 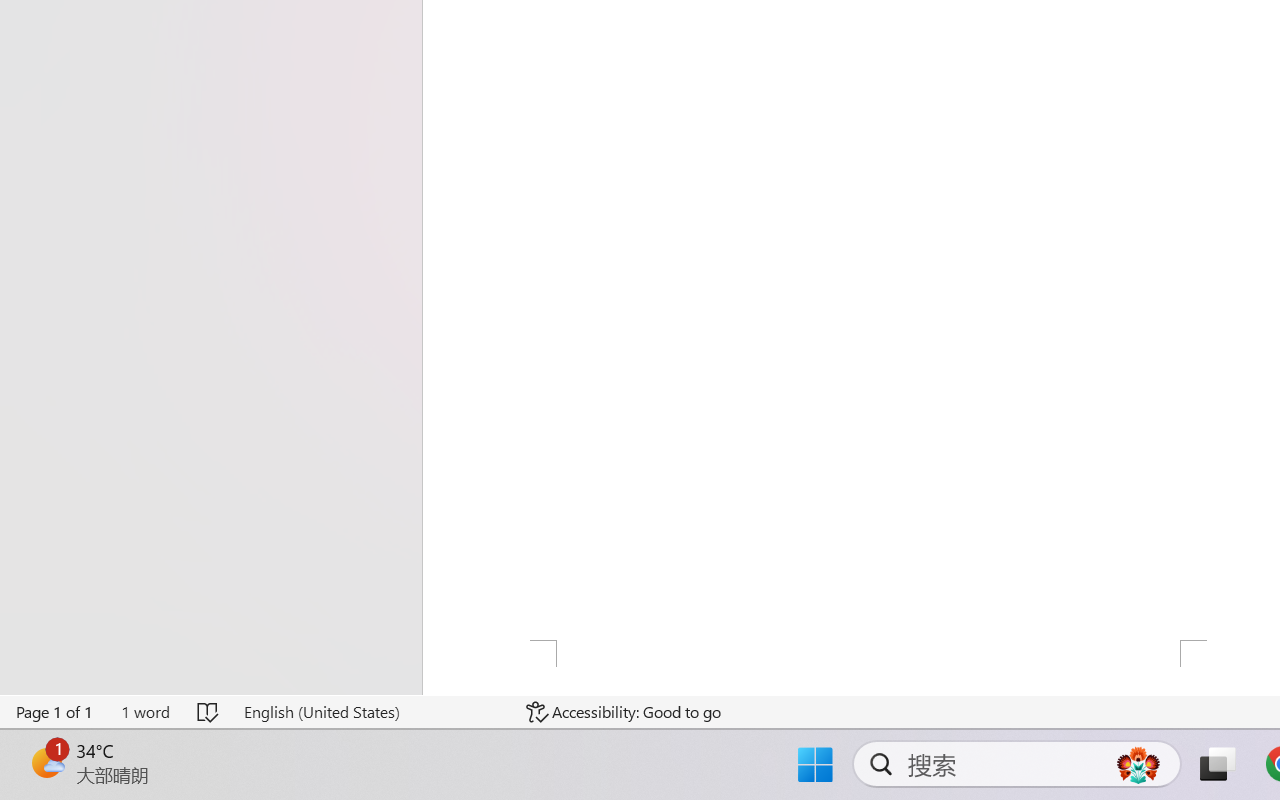 I want to click on 'Accessibility Checker Accessibility: Good to go', so click(x=623, y=711).